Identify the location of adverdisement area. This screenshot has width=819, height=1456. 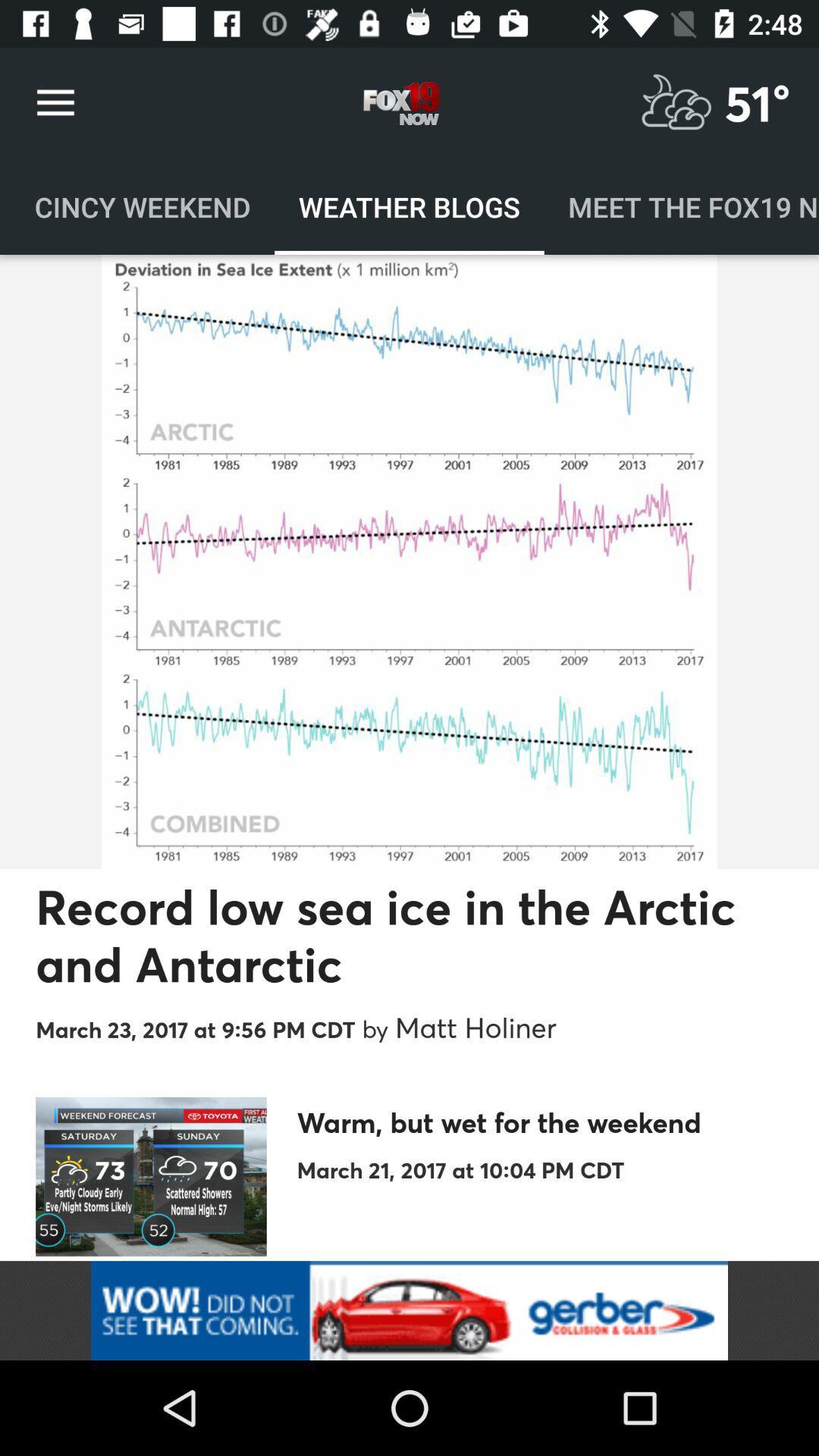
(409, 1310).